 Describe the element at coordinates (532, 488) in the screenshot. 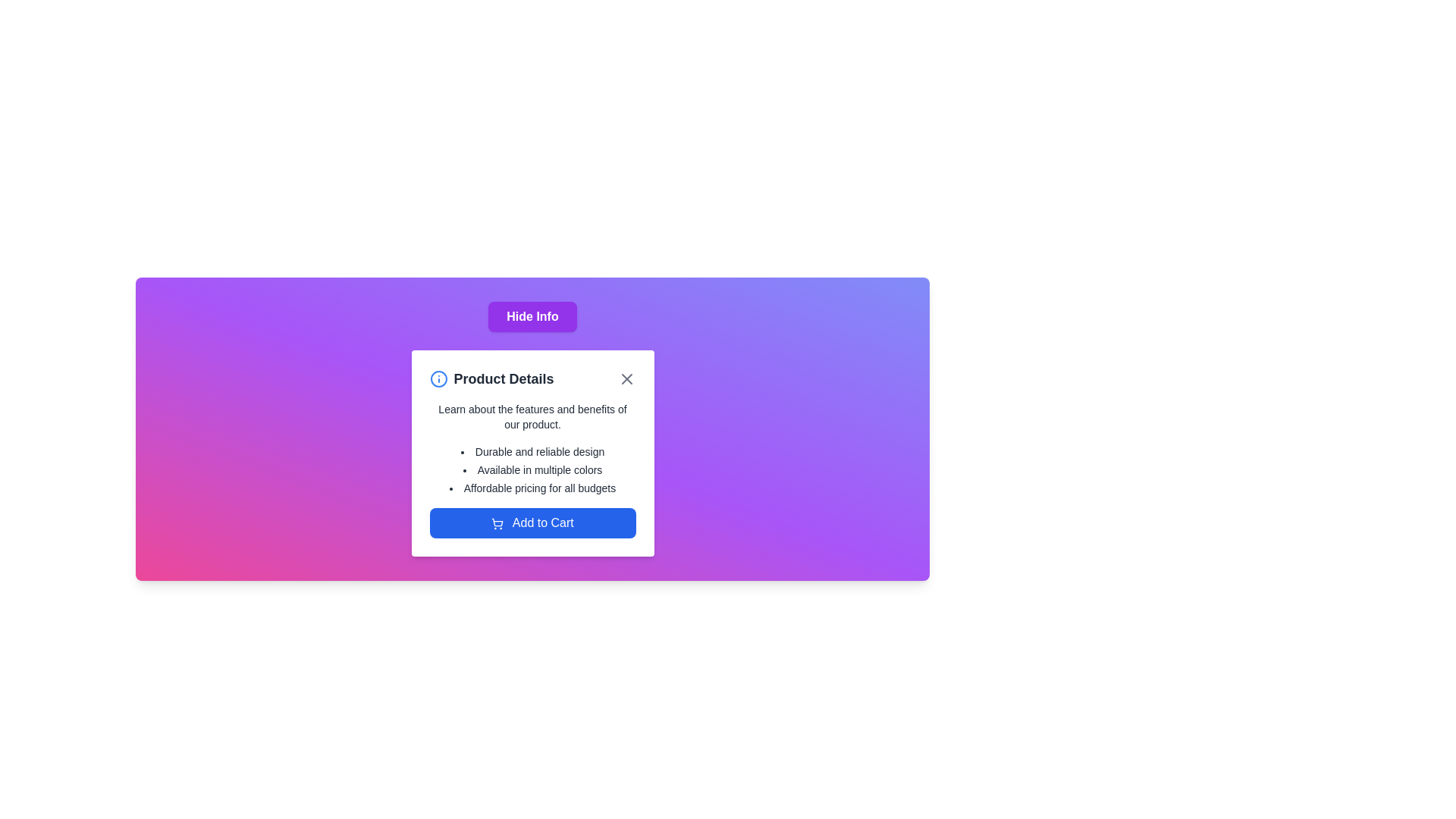

I see `the third static text list item in the 'Product Details' dialog box that highlights product affordability` at that location.